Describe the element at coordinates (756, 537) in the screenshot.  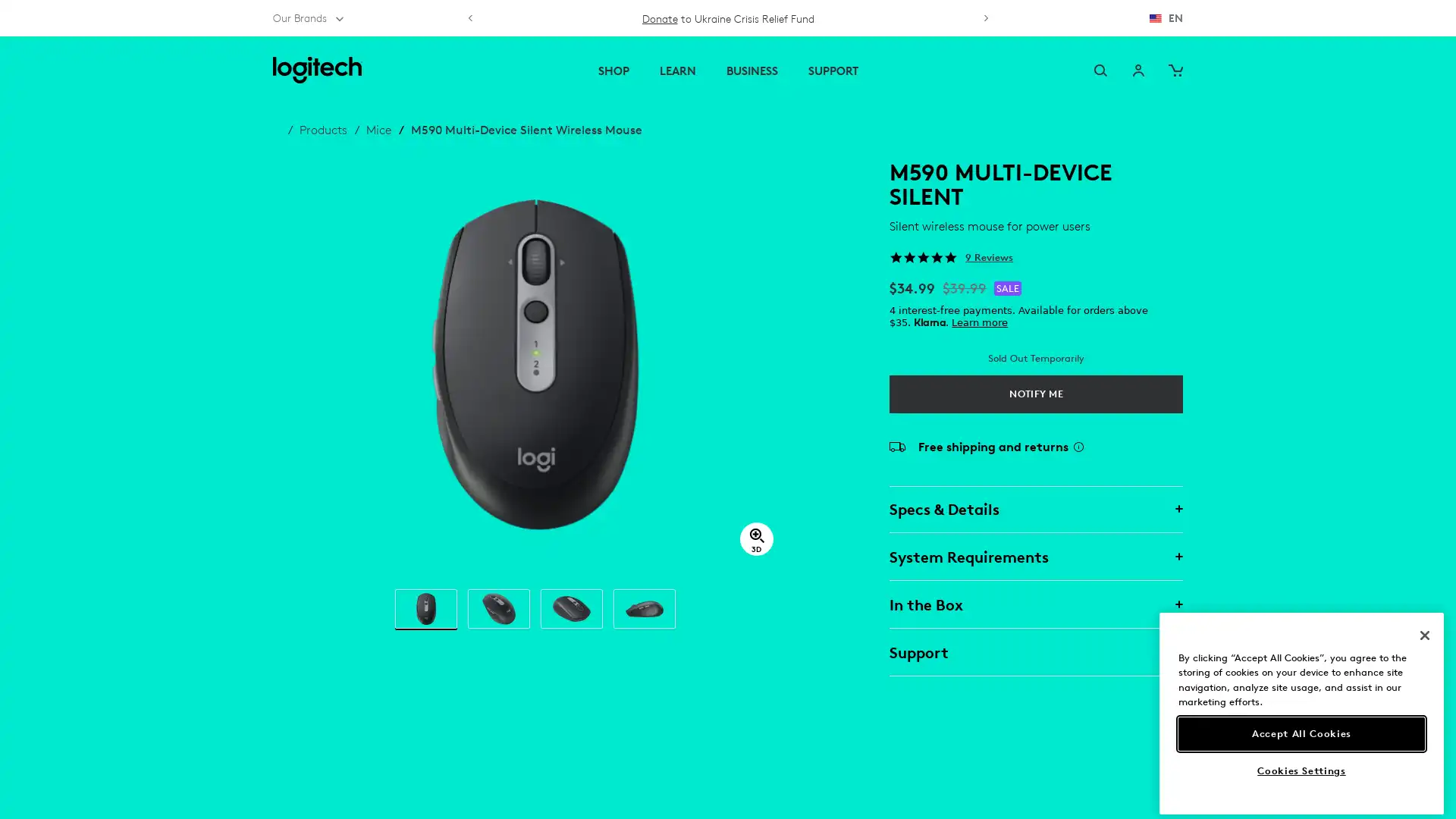
I see `3D` at that location.